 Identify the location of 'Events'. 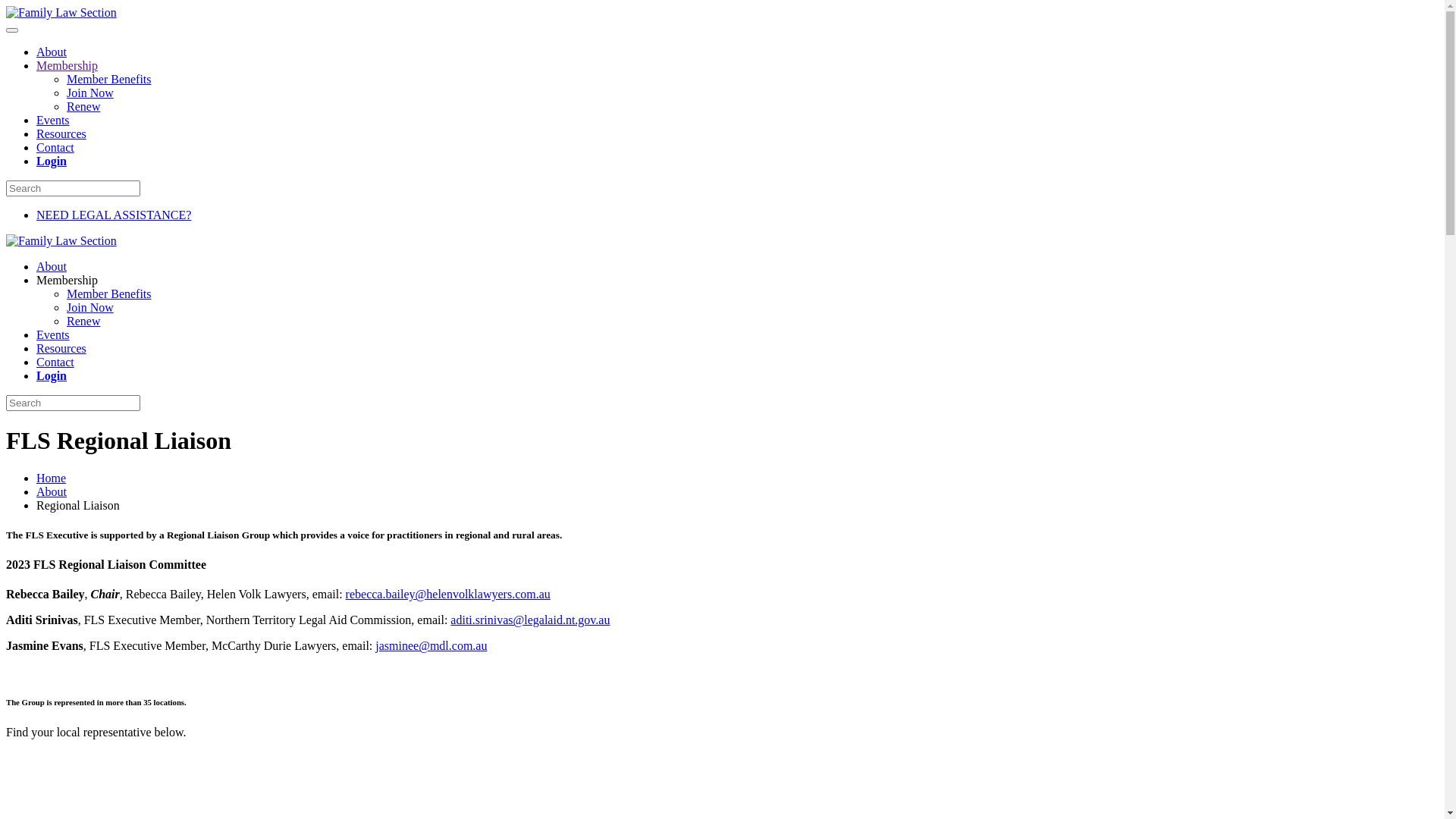
(53, 119).